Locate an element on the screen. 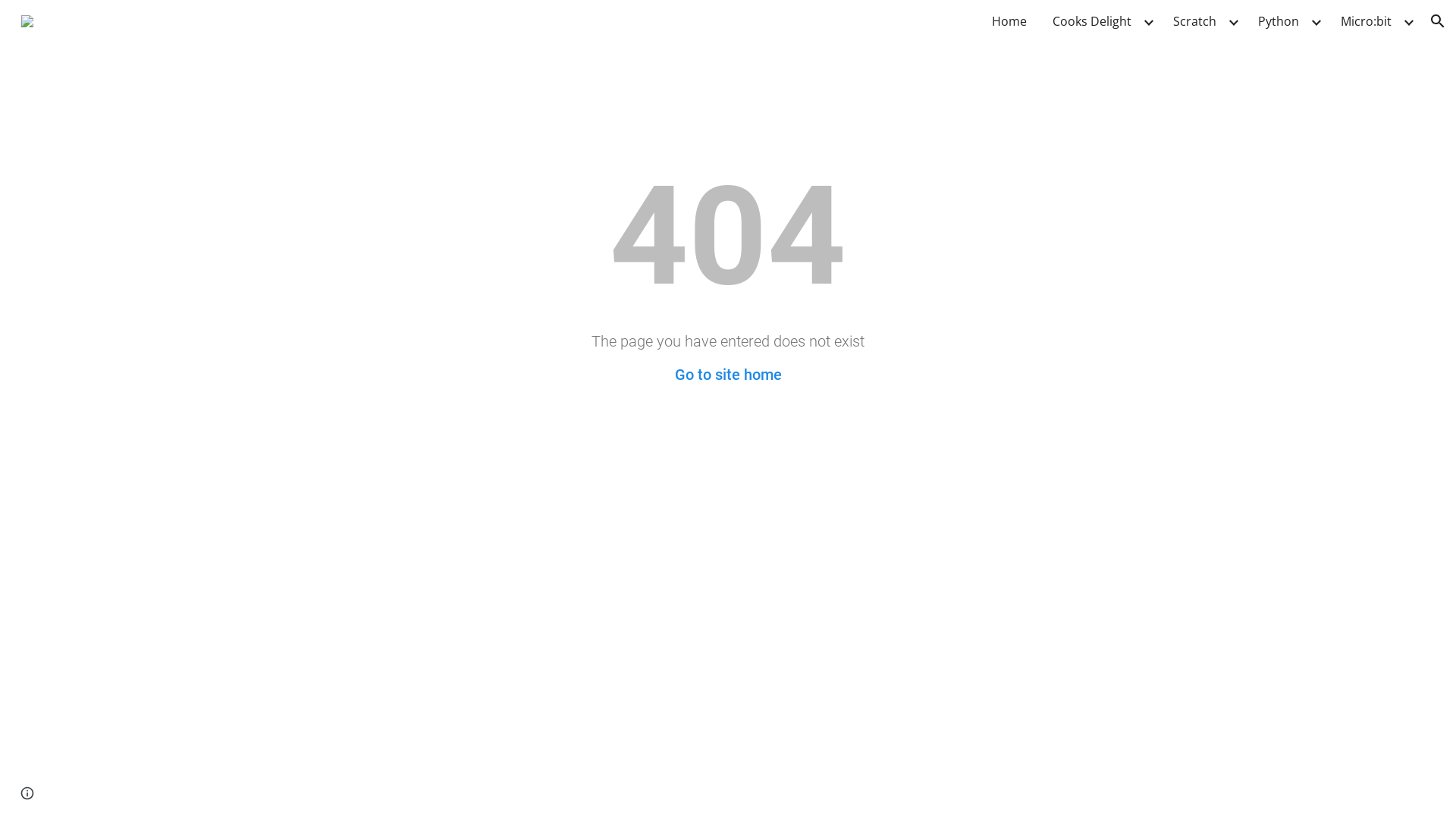  'Expand/Collapse' is located at coordinates (1314, 20).